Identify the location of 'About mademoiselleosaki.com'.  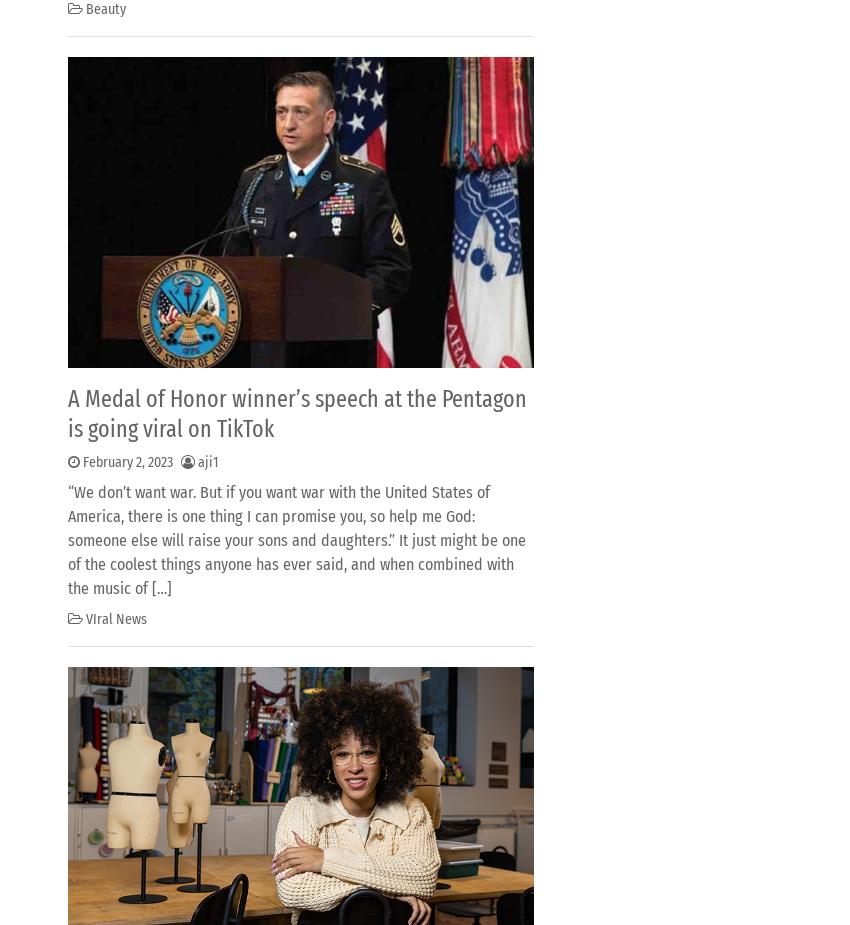
(183, 87).